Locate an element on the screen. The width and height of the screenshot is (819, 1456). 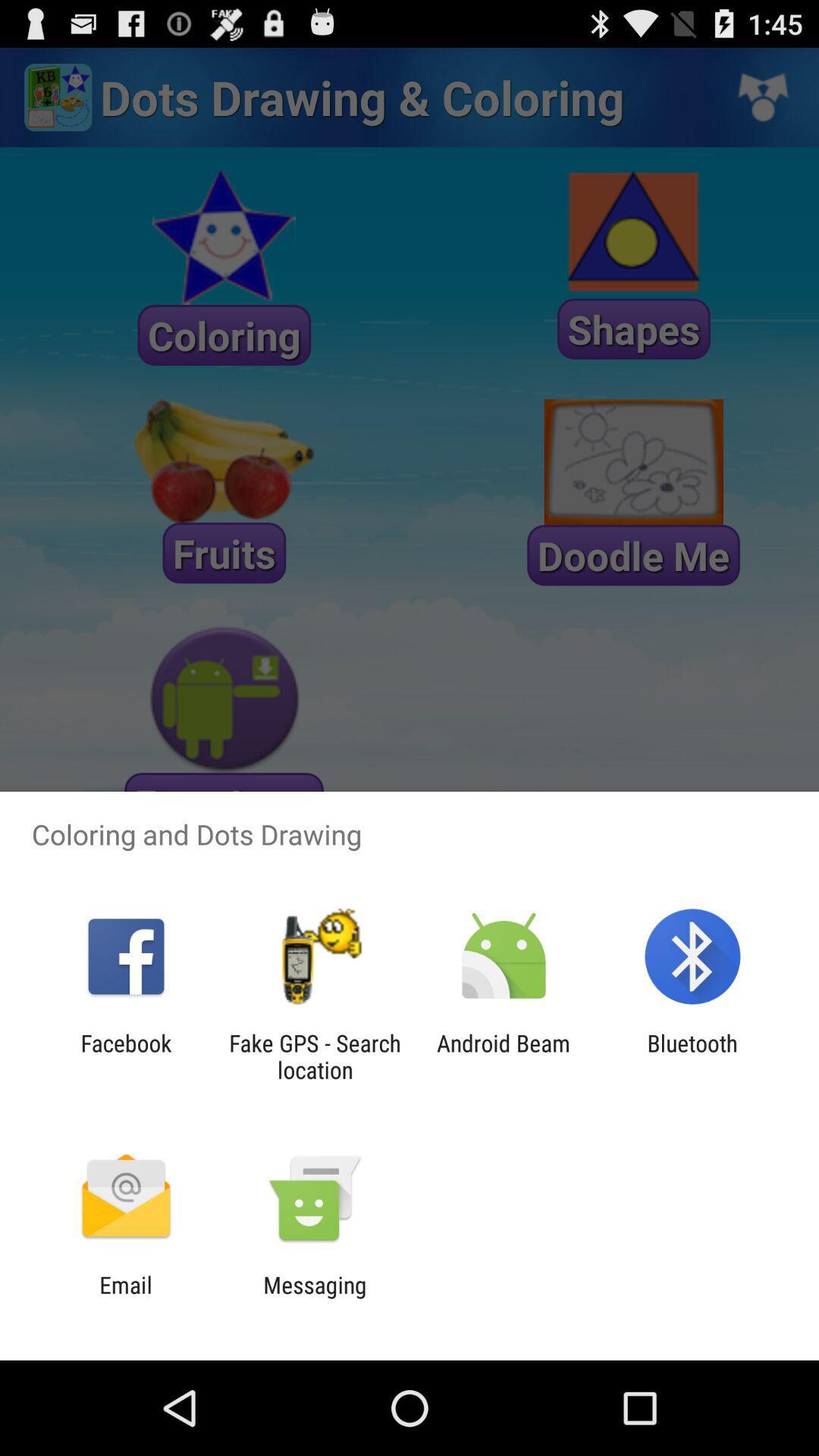
the app to the right of email icon is located at coordinates (314, 1298).